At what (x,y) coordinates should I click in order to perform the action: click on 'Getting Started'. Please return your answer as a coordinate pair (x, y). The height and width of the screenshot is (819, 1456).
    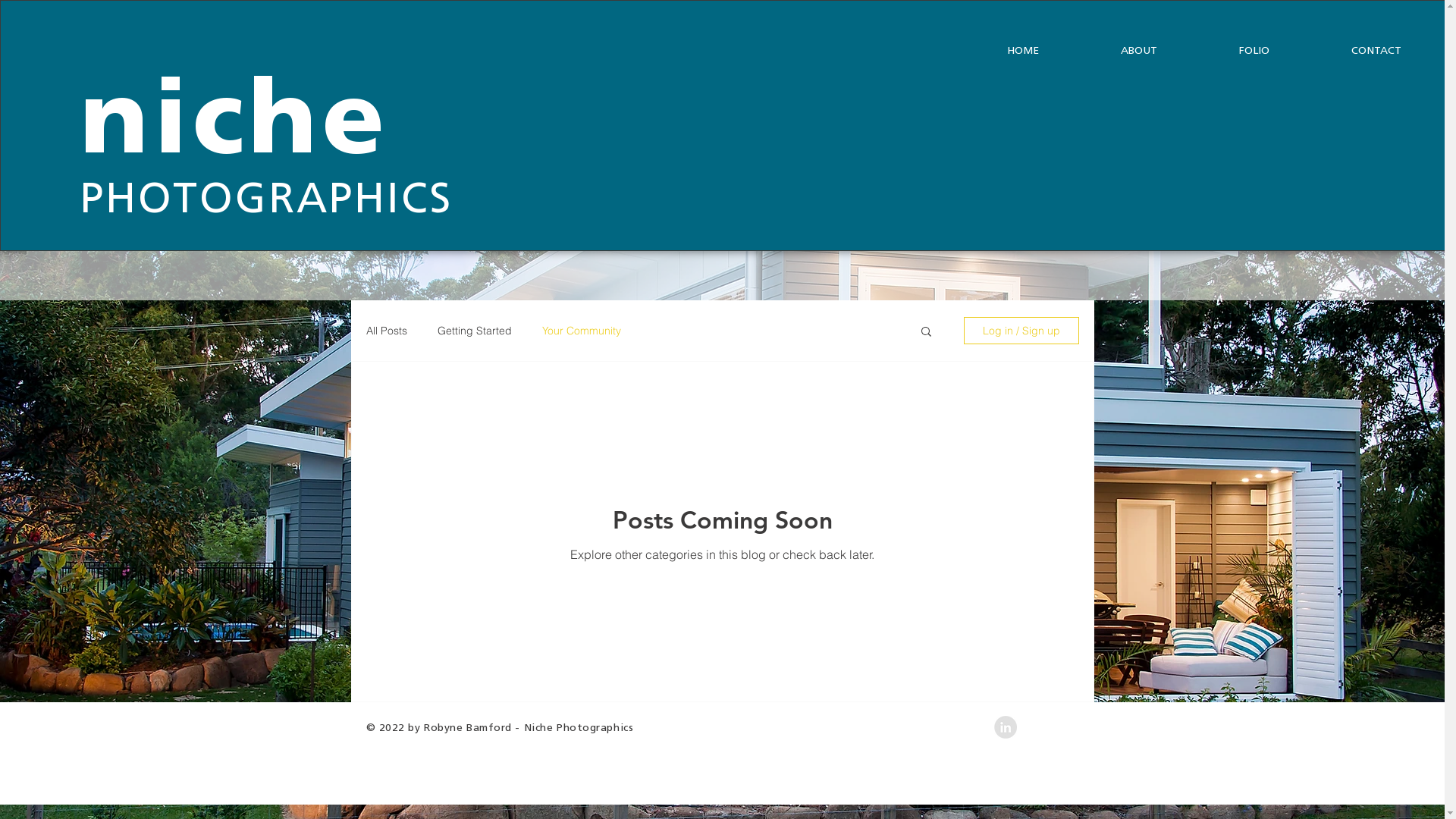
    Looking at the image, I should click on (472, 329).